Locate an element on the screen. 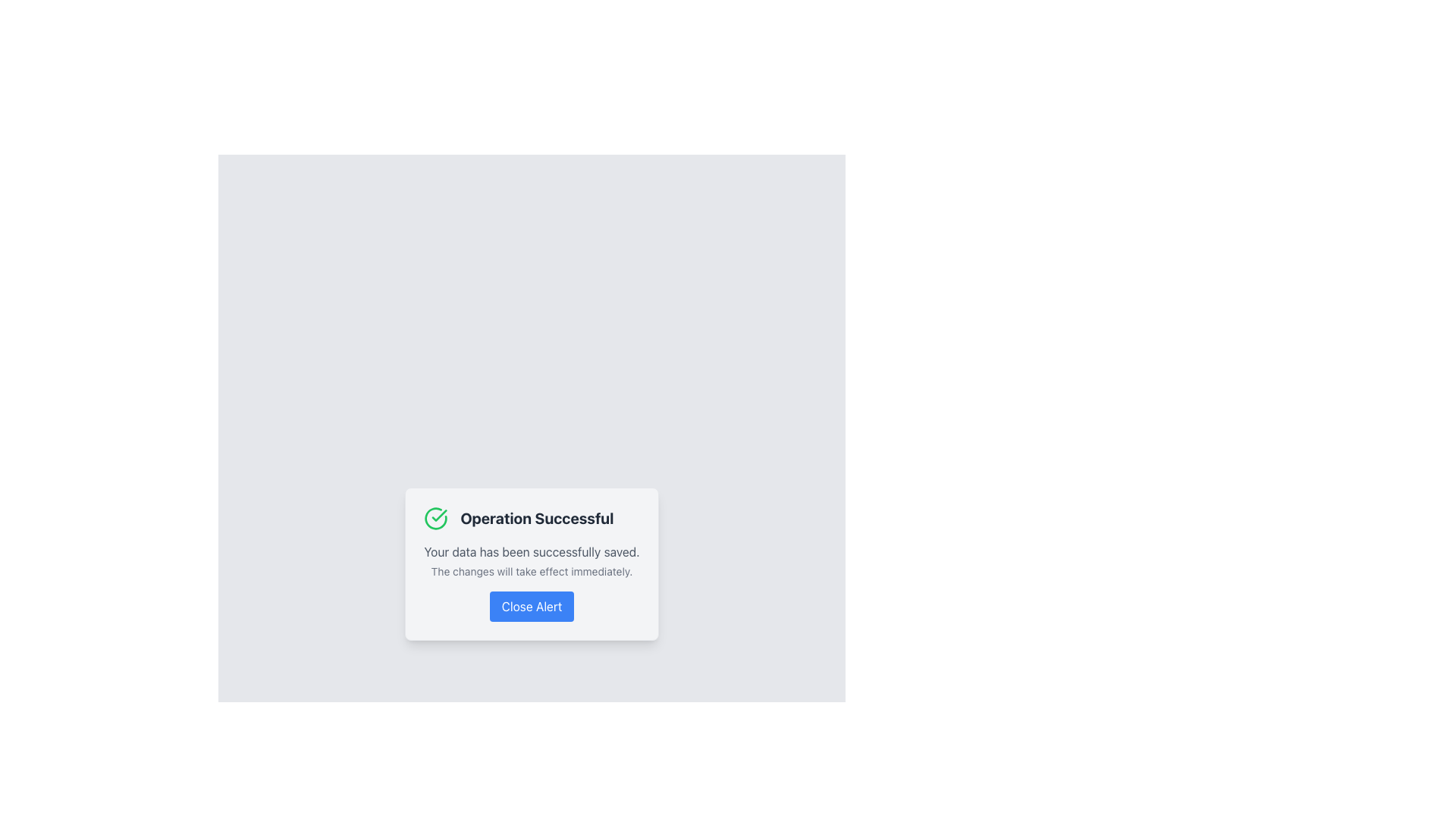  the green checkmark icon inside the circular frame located at the top-left corner of the success notification dialog box is located at coordinates (439, 514).